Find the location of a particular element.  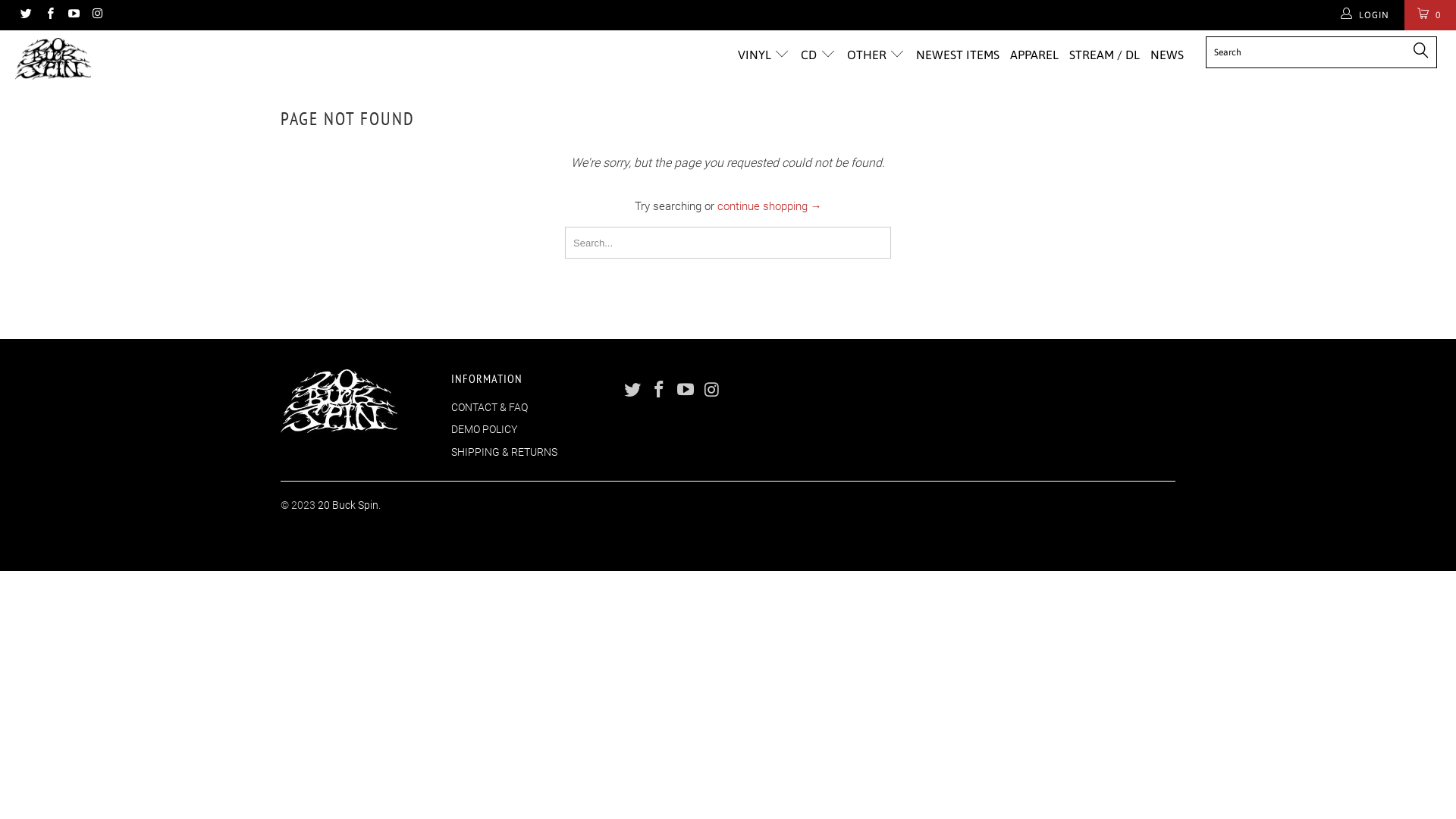

'20 Buck Spin on Facebook' is located at coordinates (659, 390).